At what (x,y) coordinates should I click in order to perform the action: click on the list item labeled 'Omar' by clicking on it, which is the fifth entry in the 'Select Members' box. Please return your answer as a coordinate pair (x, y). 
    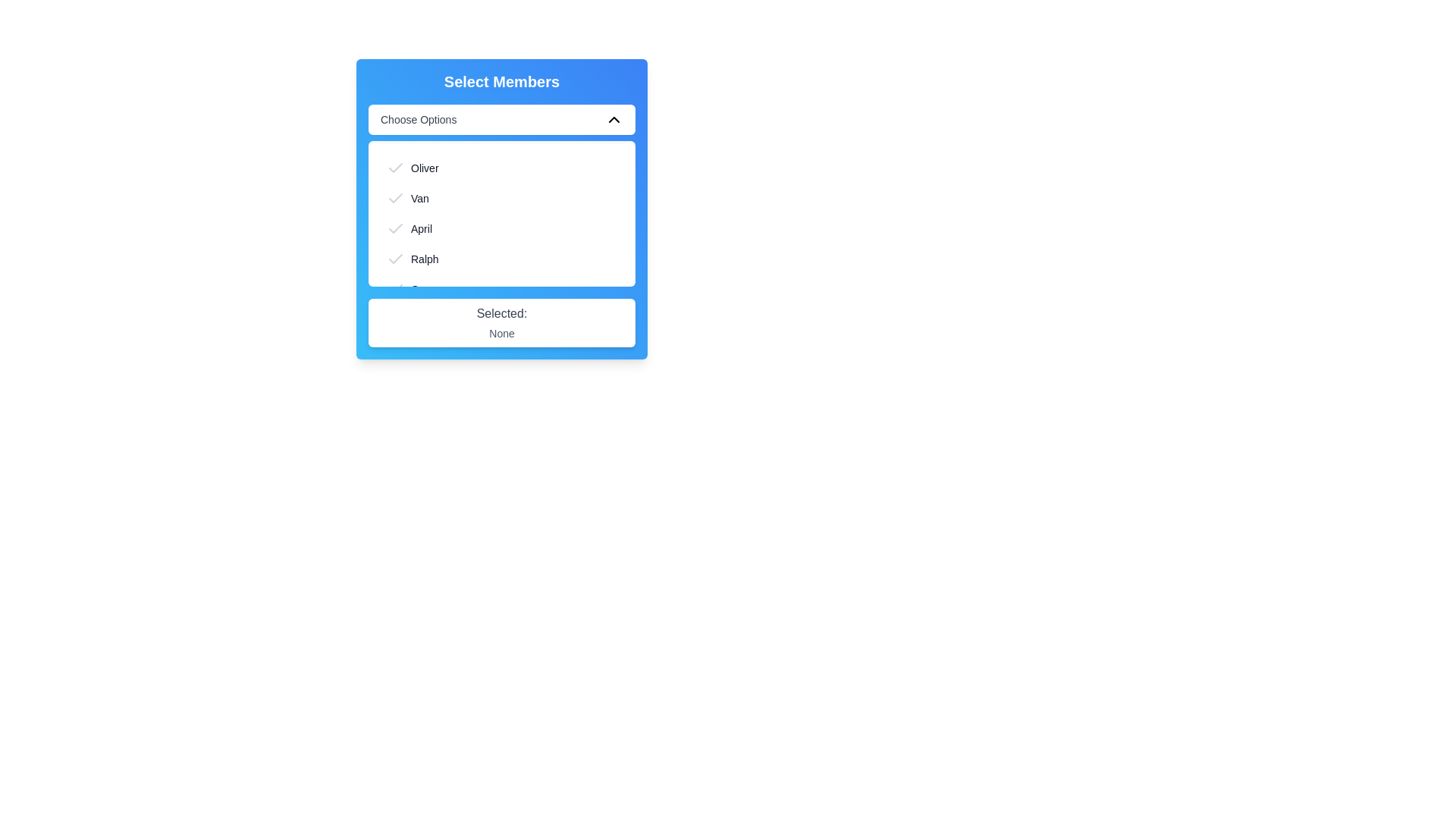
    Looking at the image, I should click on (502, 289).